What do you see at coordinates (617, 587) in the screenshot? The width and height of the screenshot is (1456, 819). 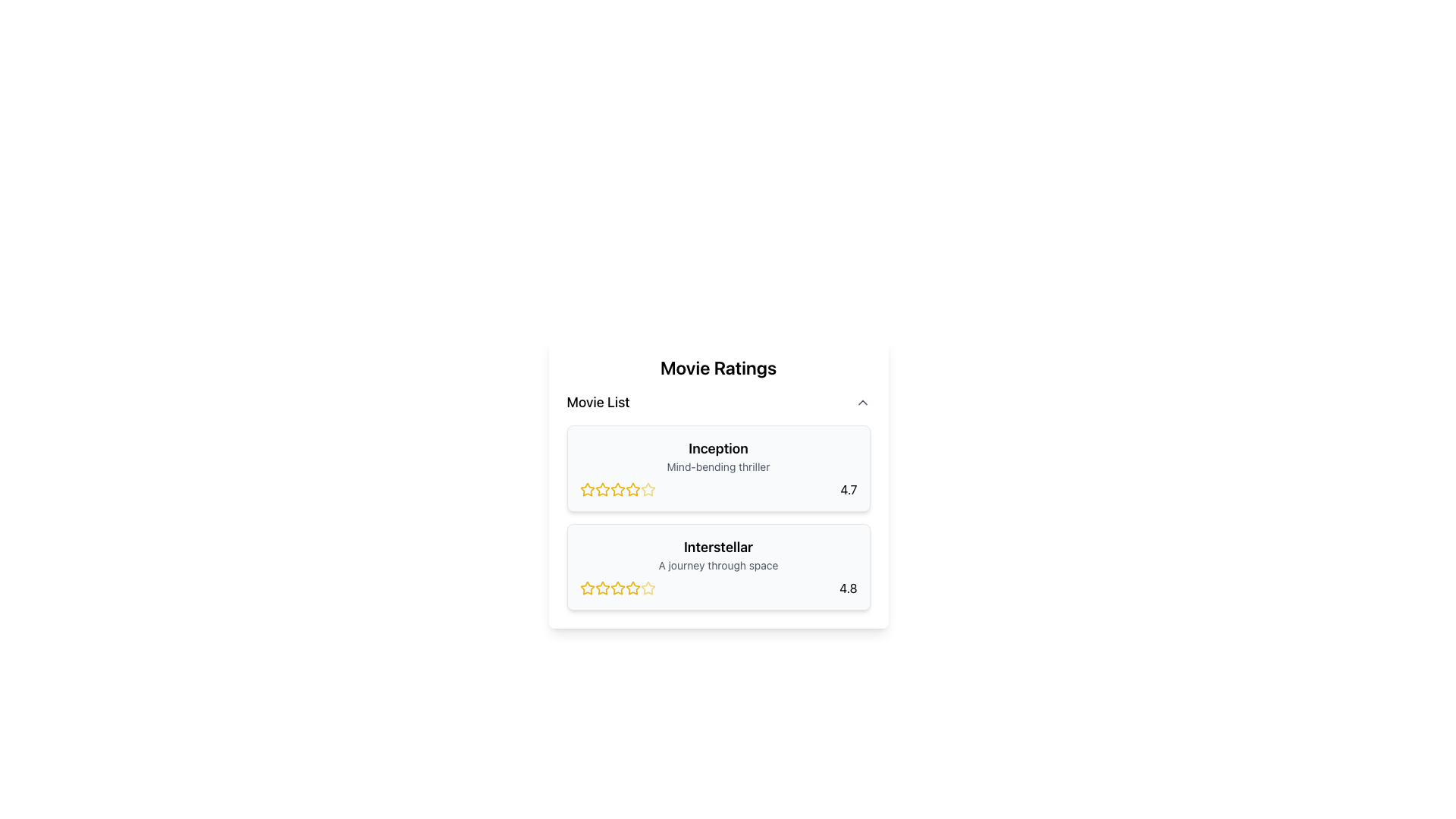 I see `the fifth yellow star-shaped rating icon for the movie 'Interstellar', which is part of a series of six stars positioned below the title and description` at bounding box center [617, 587].